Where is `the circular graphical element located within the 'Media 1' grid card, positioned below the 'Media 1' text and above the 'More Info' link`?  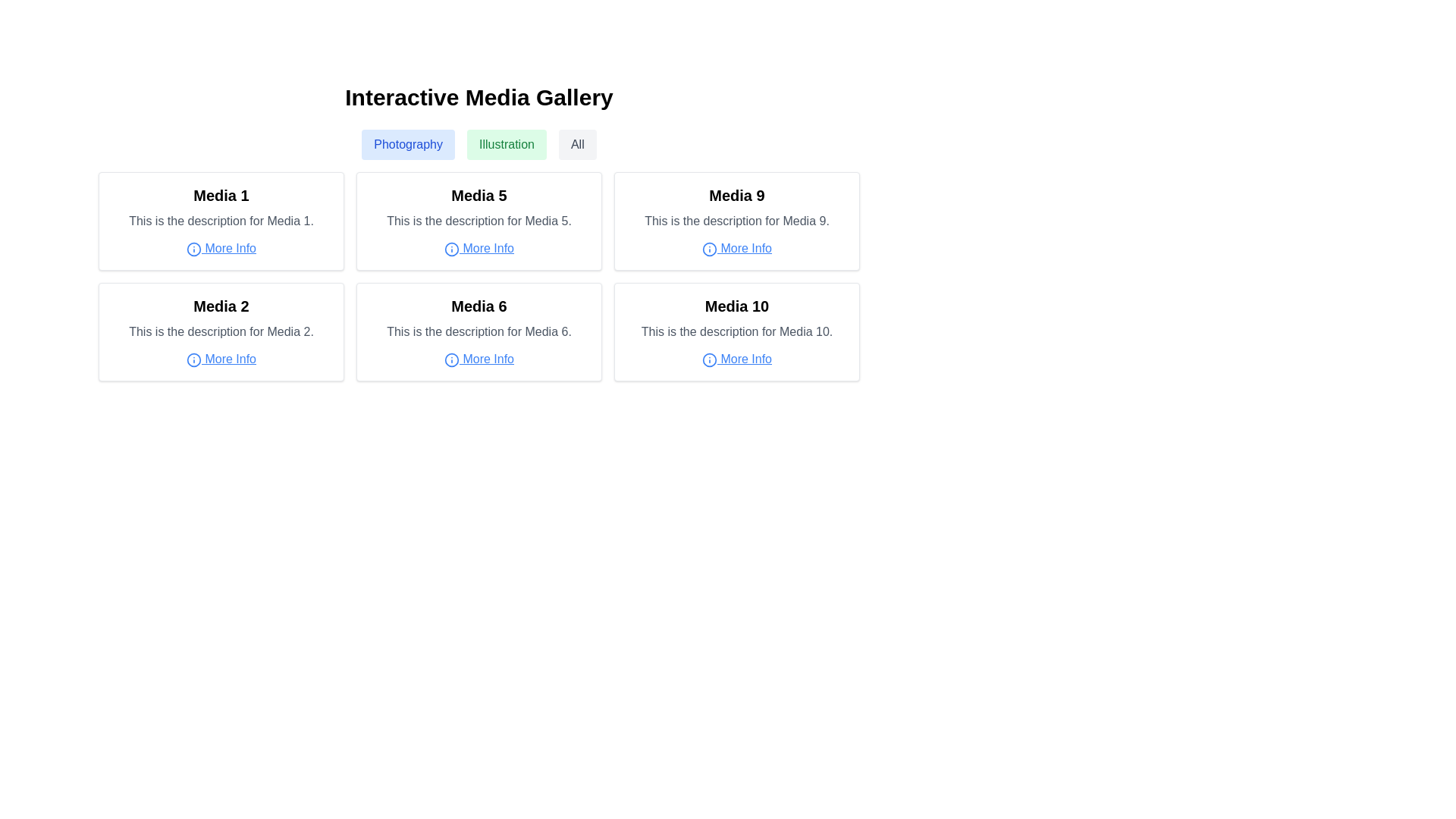 the circular graphical element located within the 'Media 1' grid card, positioned below the 'Media 1' text and above the 'More Info' link is located at coordinates (193, 248).